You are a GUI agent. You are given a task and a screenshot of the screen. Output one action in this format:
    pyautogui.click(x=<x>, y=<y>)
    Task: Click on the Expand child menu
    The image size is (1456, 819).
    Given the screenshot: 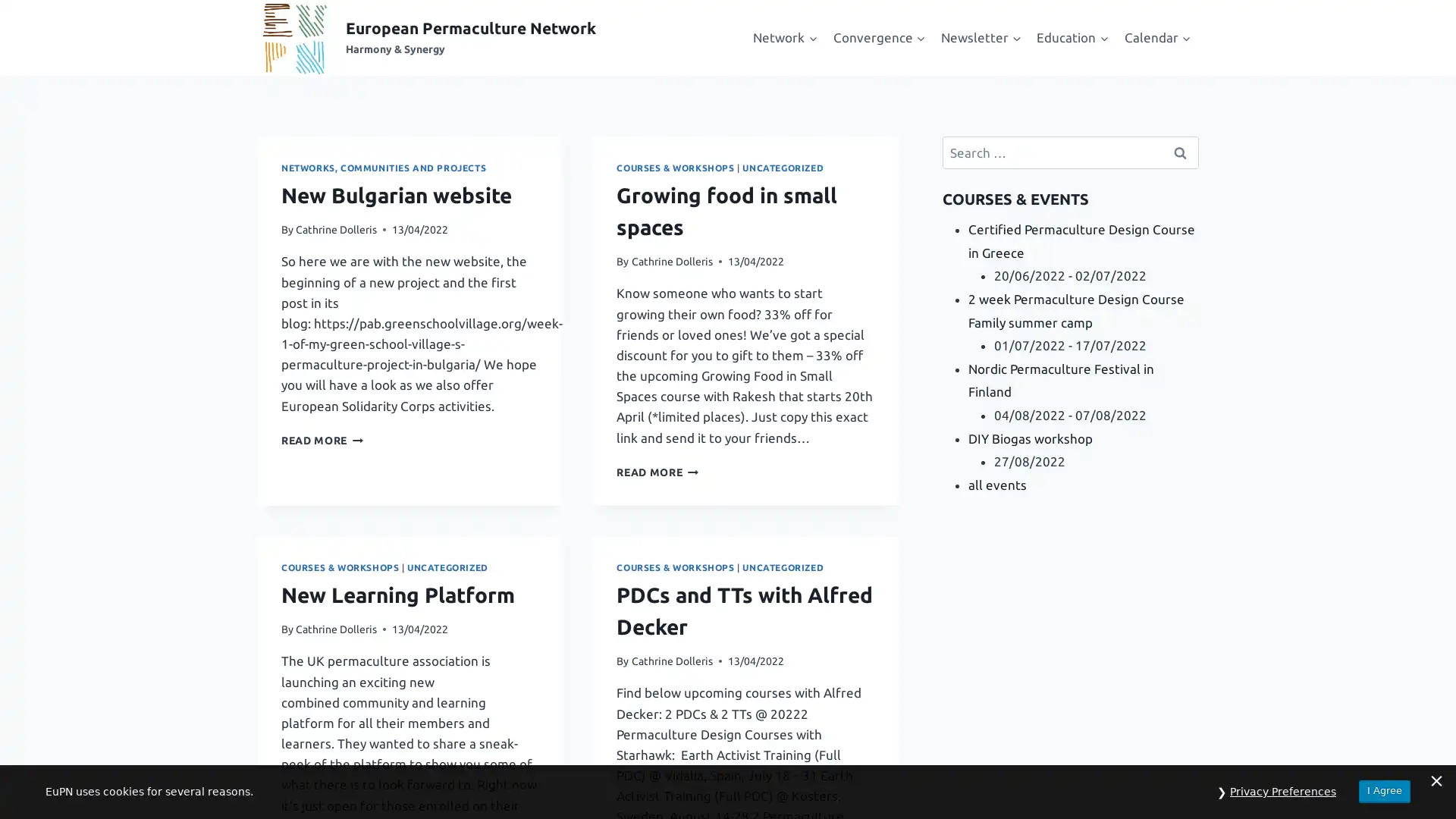 What is the action you would take?
    pyautogui.click(x=1156, y=36)
    